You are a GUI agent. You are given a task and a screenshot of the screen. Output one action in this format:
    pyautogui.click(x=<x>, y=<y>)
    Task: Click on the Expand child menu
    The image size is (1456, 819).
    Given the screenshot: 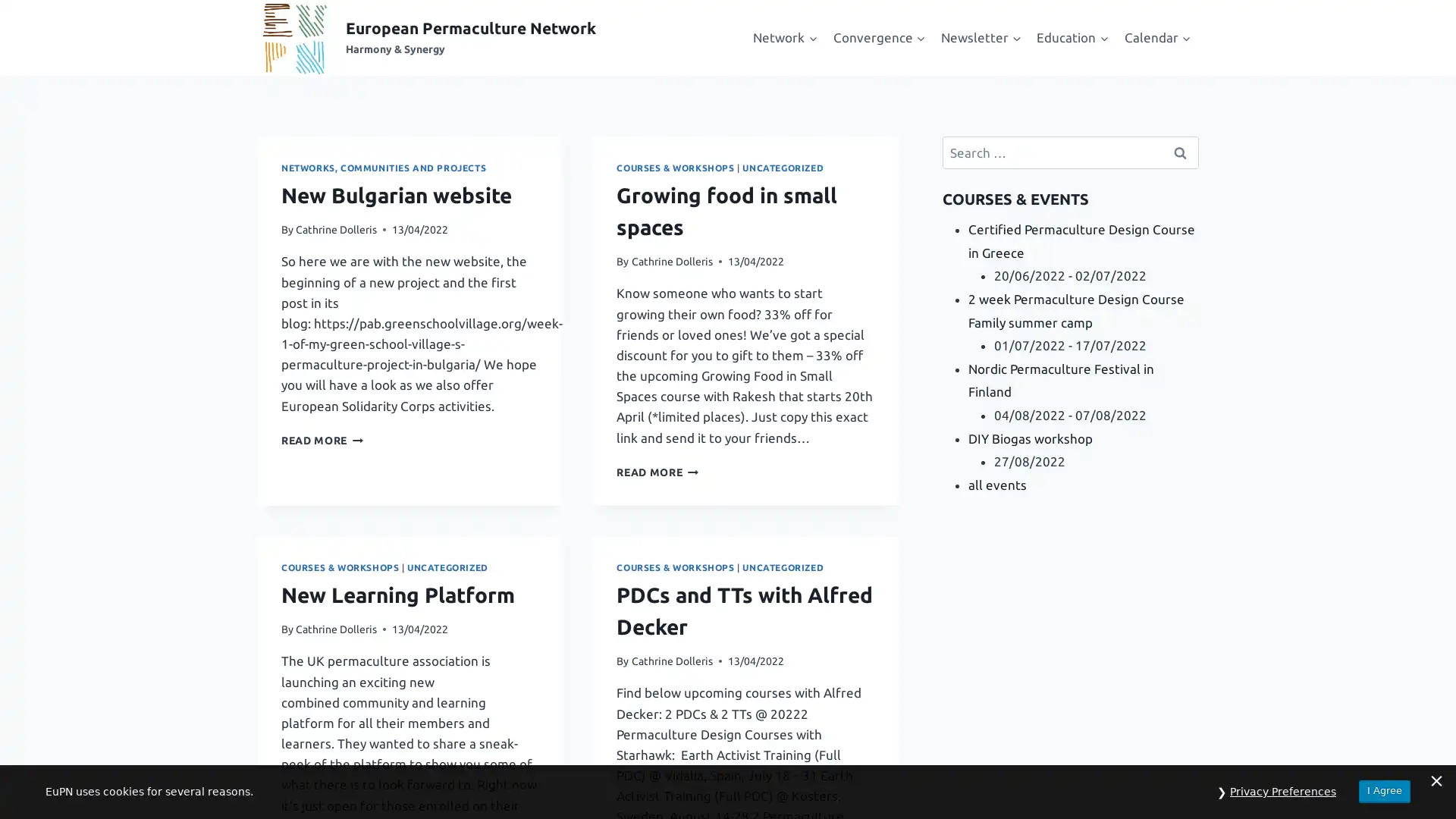 What is the action you would take?
    pyautogui.click(x=1156, y=36)
    